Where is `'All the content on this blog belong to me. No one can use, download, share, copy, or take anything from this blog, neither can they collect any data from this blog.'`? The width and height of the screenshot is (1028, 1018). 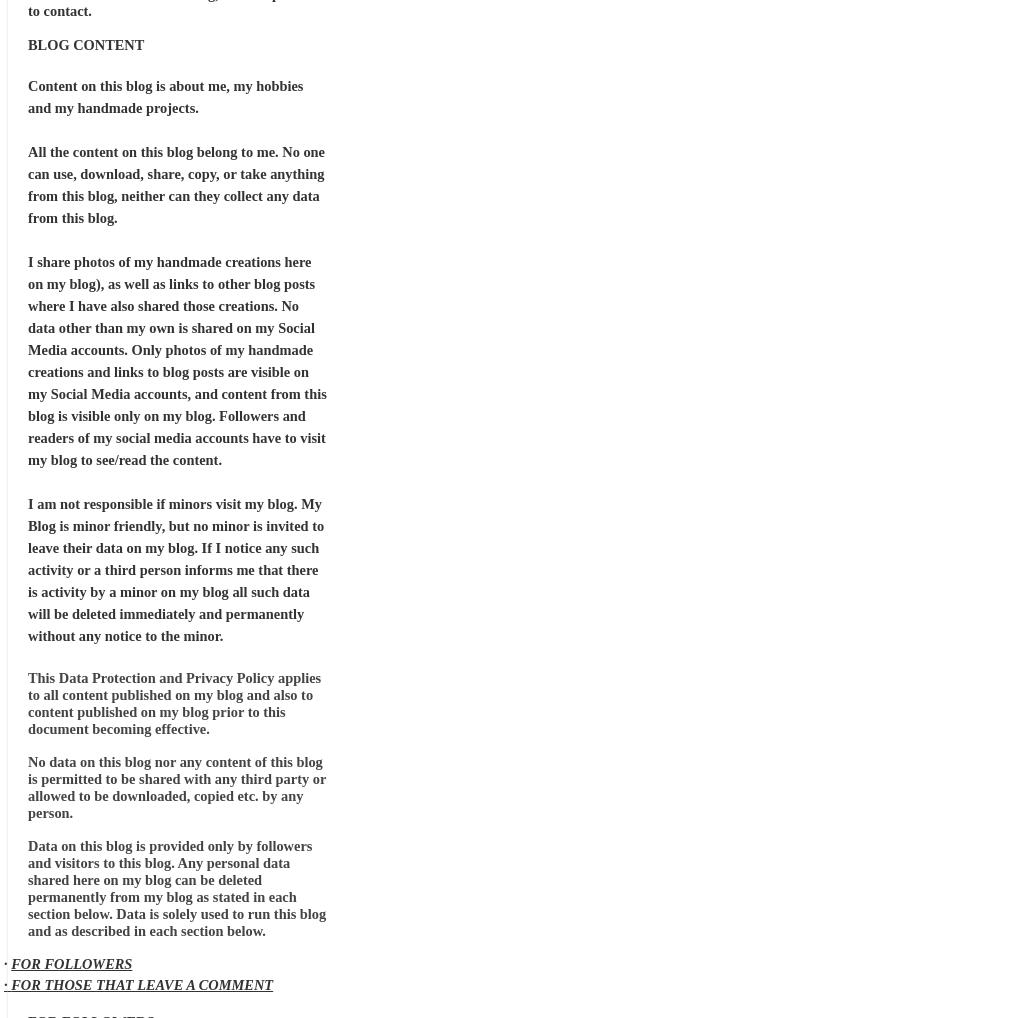
'All the content on this blog belong to me. No one can use, download, share, copy, or take anything from this blog, neither can they collect any data from this blog.' is located at coordinates (176, 184).